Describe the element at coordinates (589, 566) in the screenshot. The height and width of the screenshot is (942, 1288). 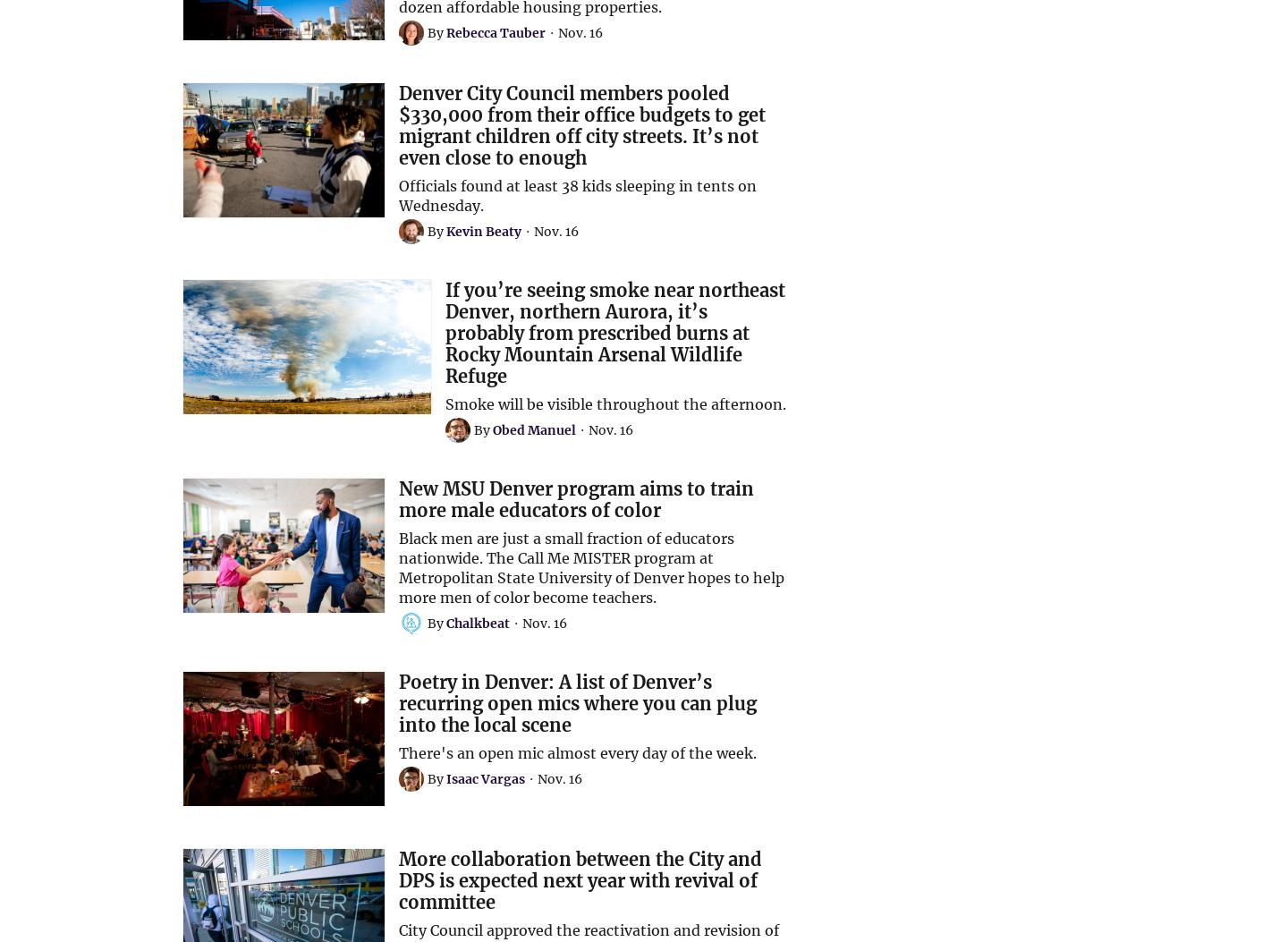
I see `'Black men are just a small fraction of educators nationwide. The Call Me MISTER program at Metropolitan State University of Denver hopes to help more men of color become teachers.'` at that location.